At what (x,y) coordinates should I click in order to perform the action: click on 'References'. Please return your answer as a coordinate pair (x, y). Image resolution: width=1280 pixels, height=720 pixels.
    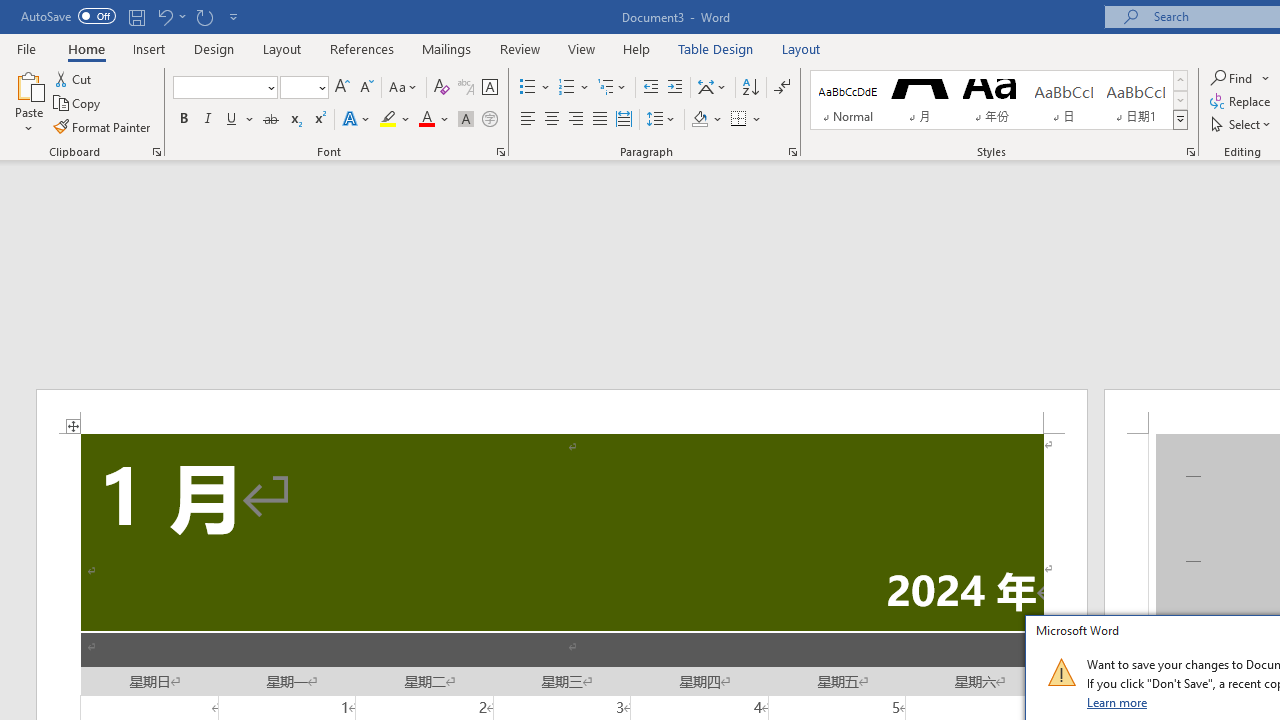
    Looking at the image, I should click on (362, 48).